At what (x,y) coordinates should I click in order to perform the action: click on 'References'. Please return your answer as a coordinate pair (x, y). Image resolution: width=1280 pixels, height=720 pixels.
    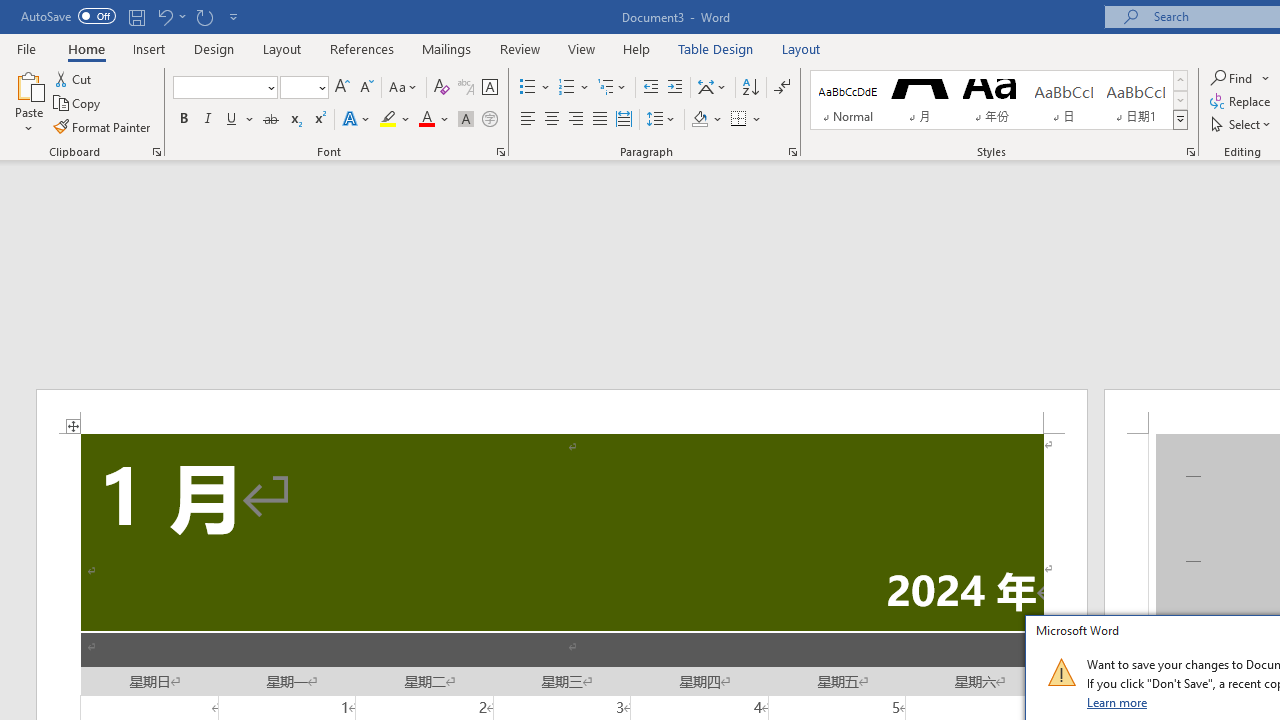
    Looking at the image, I should click on (362, 48).